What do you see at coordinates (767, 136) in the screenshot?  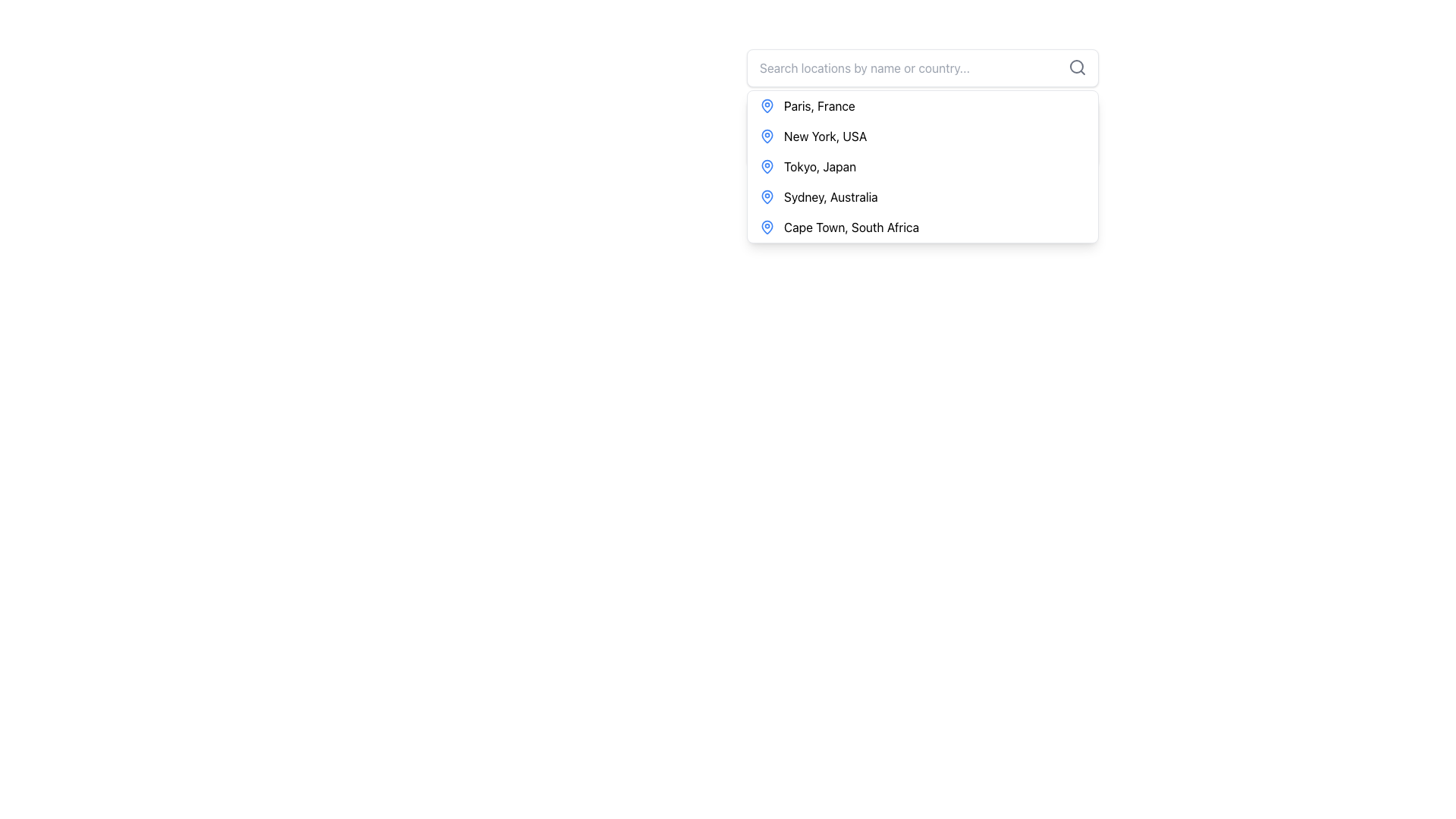 I see `the map pin icon located to the left of the 'New York, USA' text` at bounding box center [767, 136].